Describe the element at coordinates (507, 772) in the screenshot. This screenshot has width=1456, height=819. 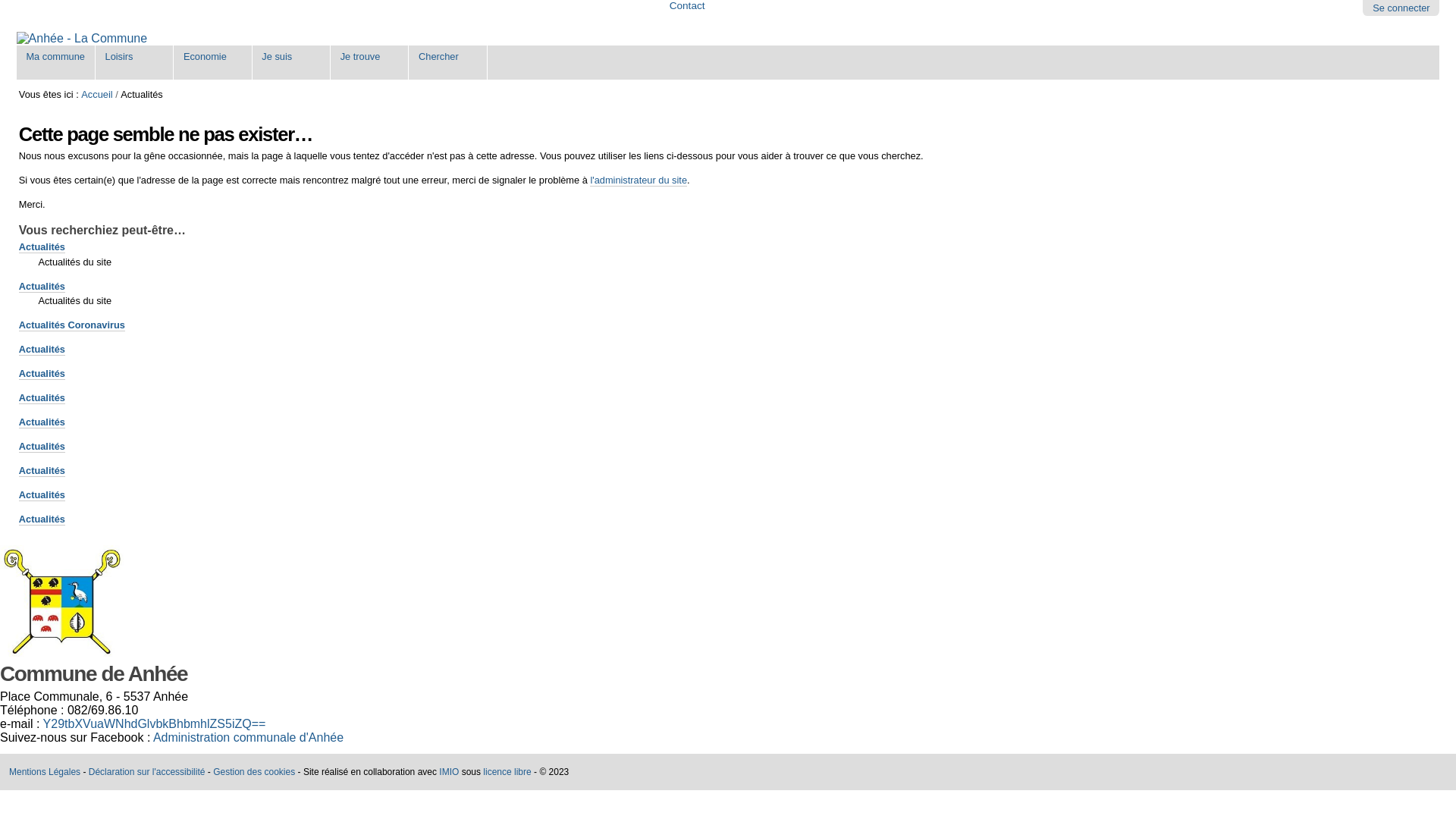
I see `'licence libre'` at that location.